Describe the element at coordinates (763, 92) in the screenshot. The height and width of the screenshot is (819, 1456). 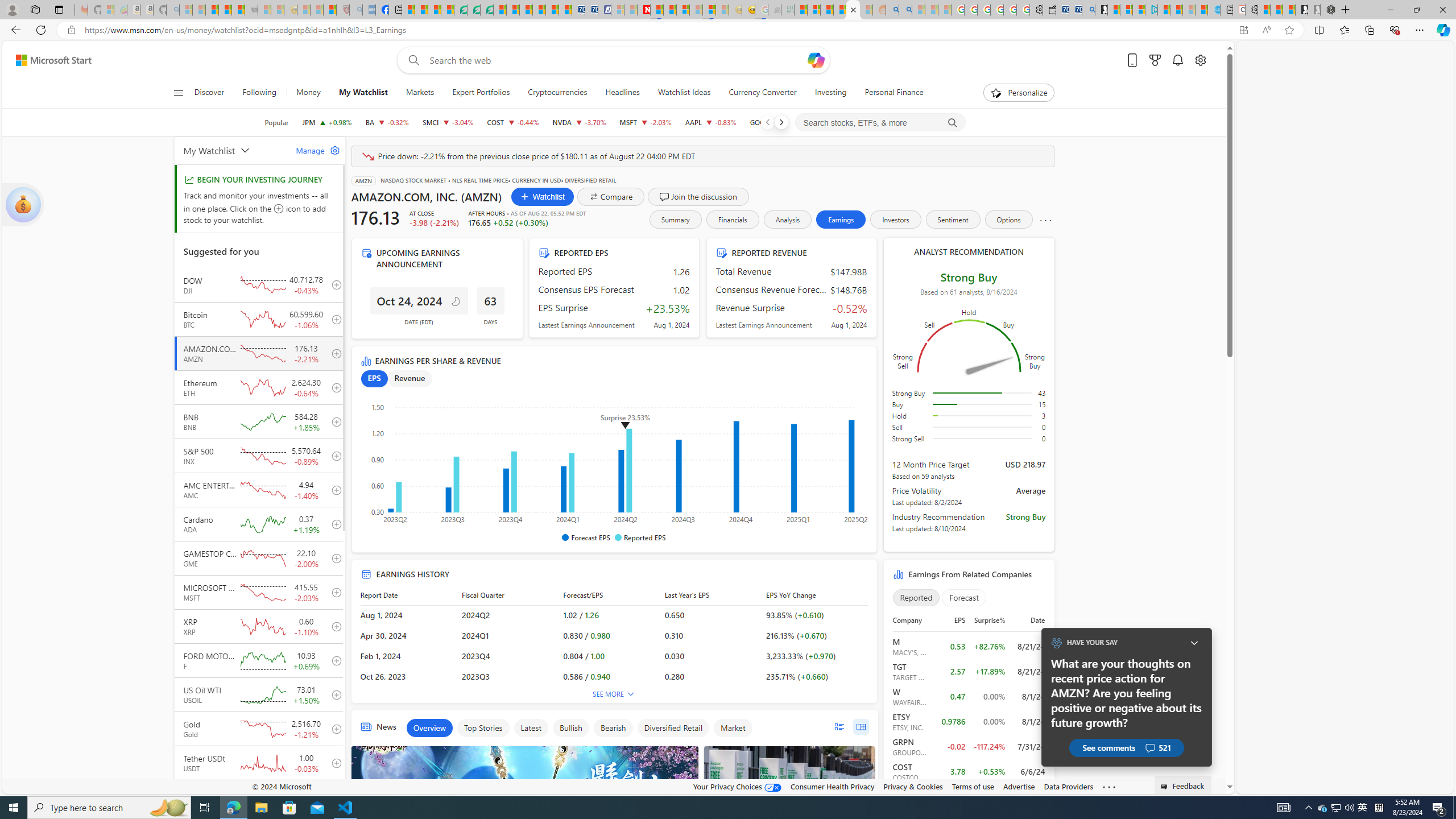
I see `'Currency Converter'` at that location.